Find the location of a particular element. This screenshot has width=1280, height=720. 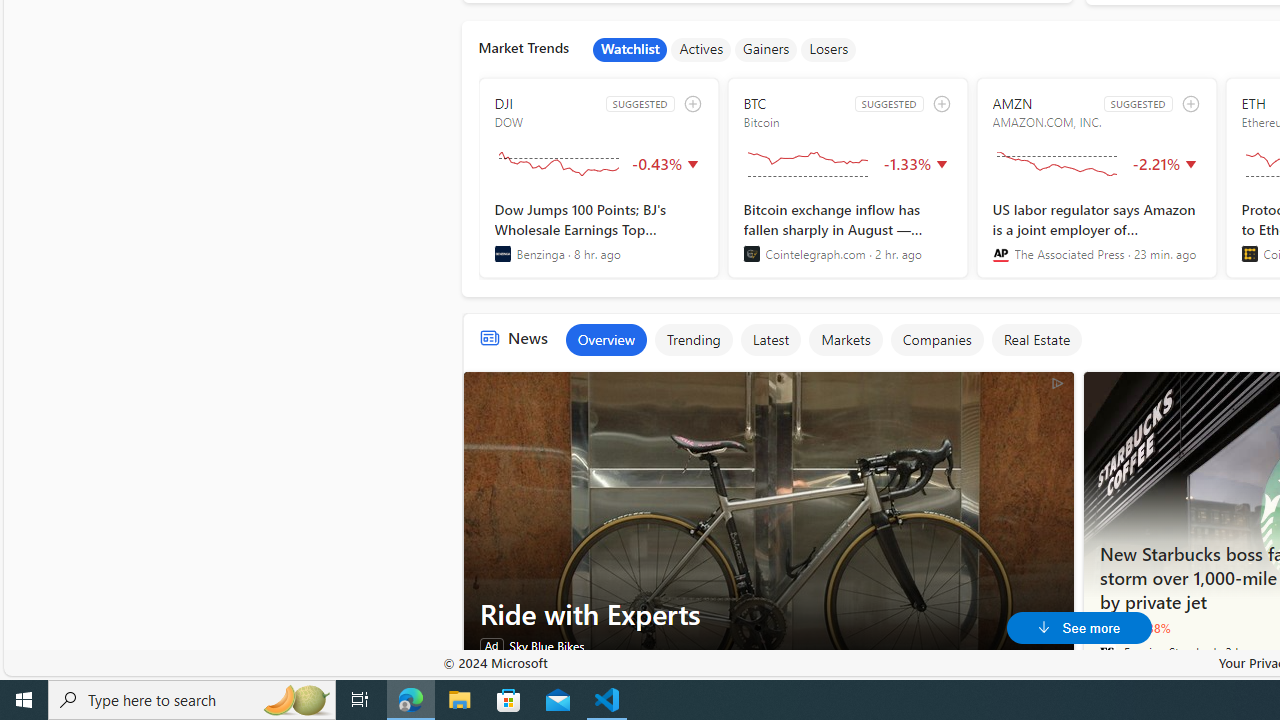

'Evening Standard' is located at coordinates (1106, 651).